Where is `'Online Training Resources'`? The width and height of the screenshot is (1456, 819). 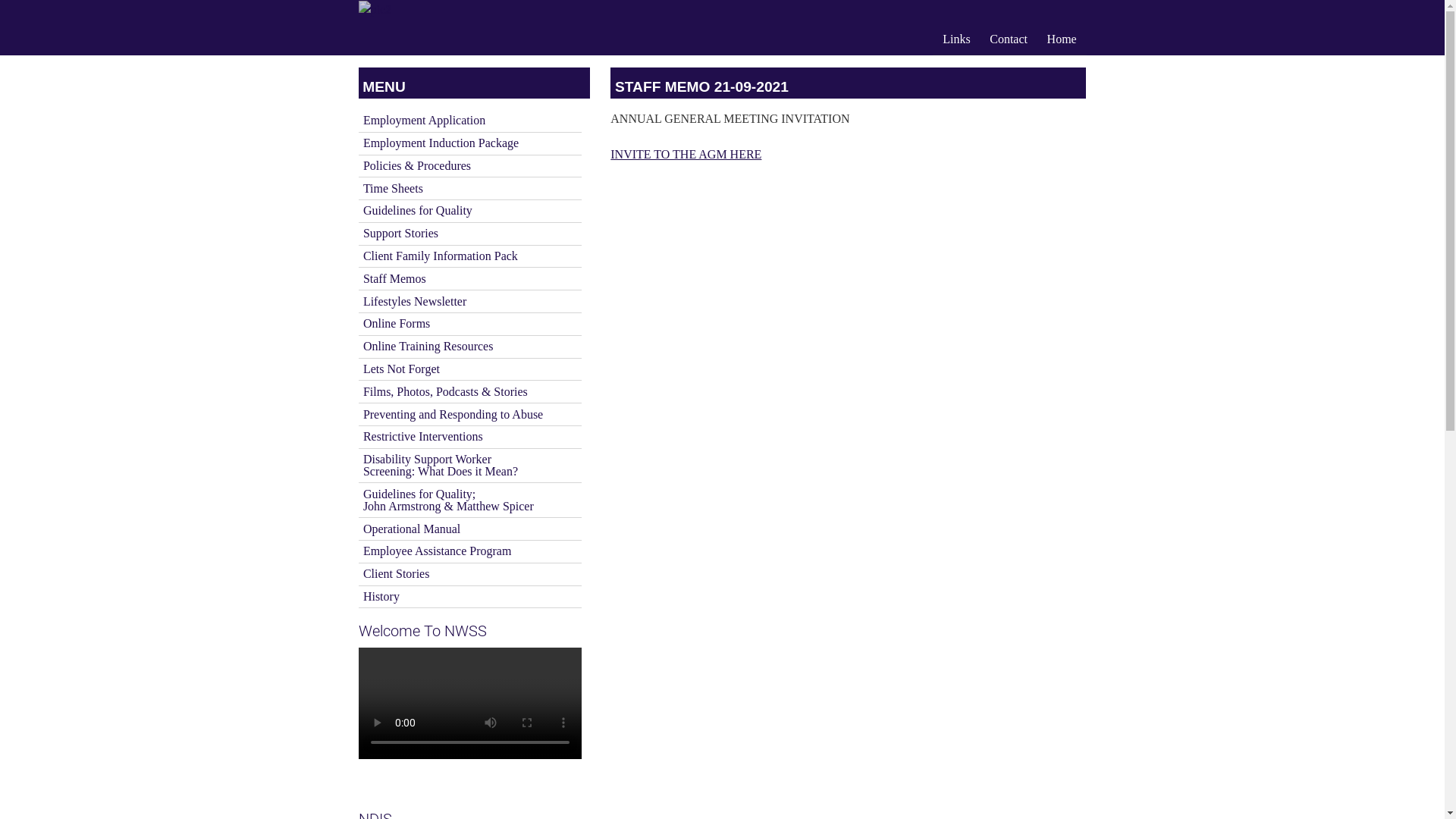 'Online Training Resources' is located at coordinates (469, 347).